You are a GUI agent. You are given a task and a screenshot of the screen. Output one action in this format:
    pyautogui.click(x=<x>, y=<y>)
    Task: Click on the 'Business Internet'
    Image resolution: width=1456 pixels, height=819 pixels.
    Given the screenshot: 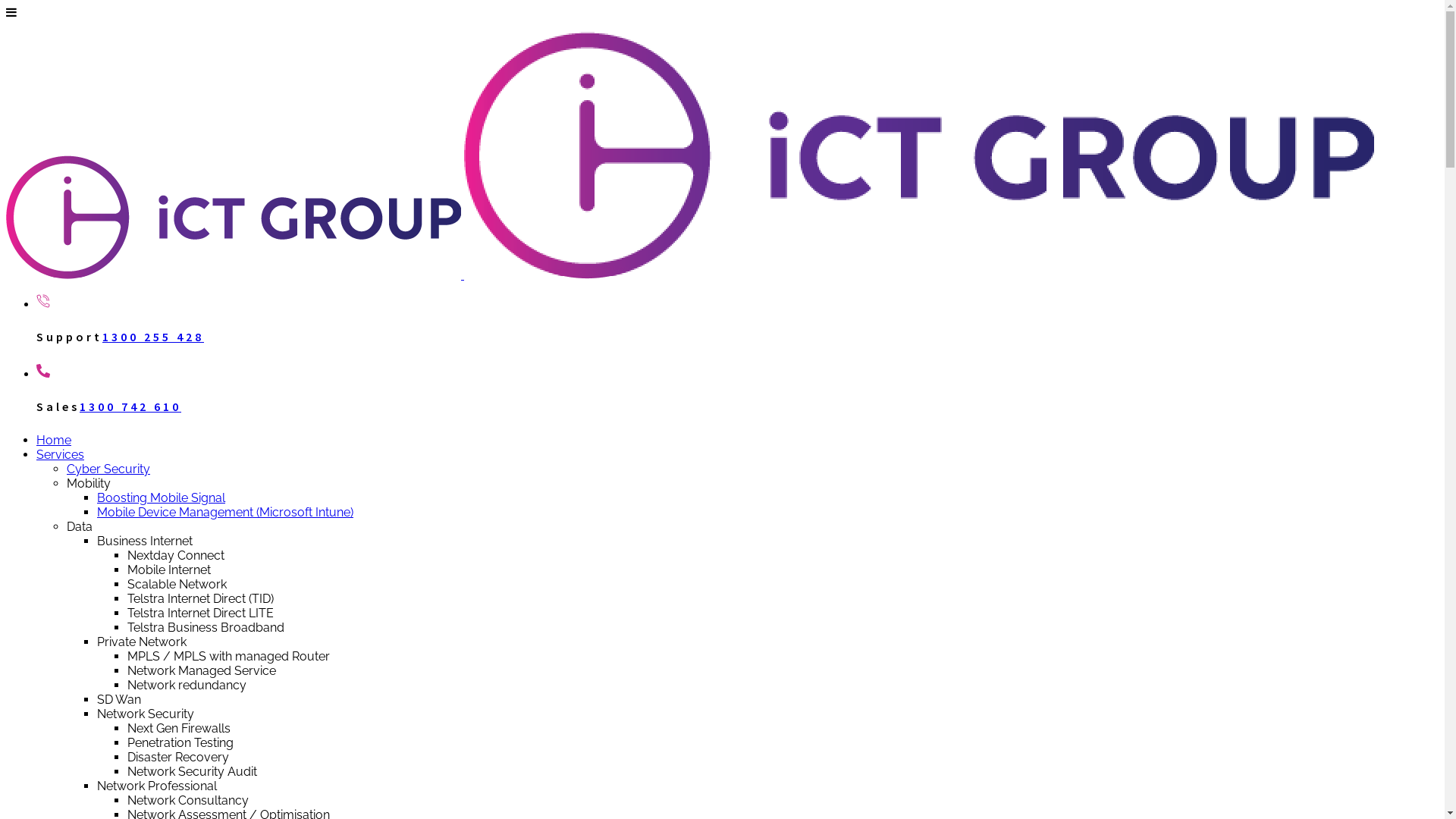 What is the action you would take?
    pyautogui.click(x=145, y=540)
    